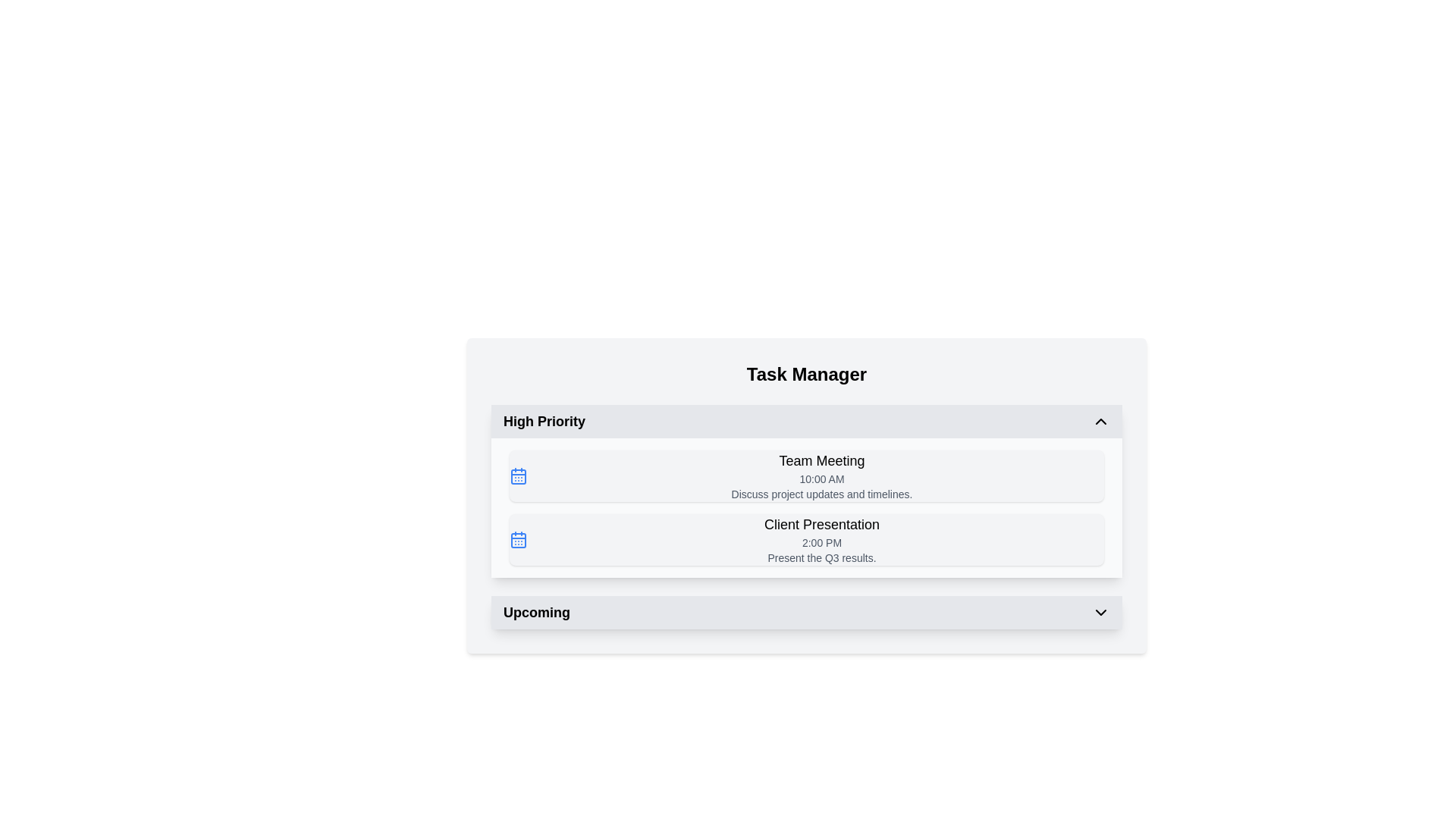 Image resolution: width=1456 pixels, height=819 pixels. What do you see at coordinates (806, 475) in the screenshot?
I see `the first task in the 'High Priority' section of the 'Task Manager' interface, which displays details of a scheduled 'Team Meeting'` at bounding box center [806, 475].